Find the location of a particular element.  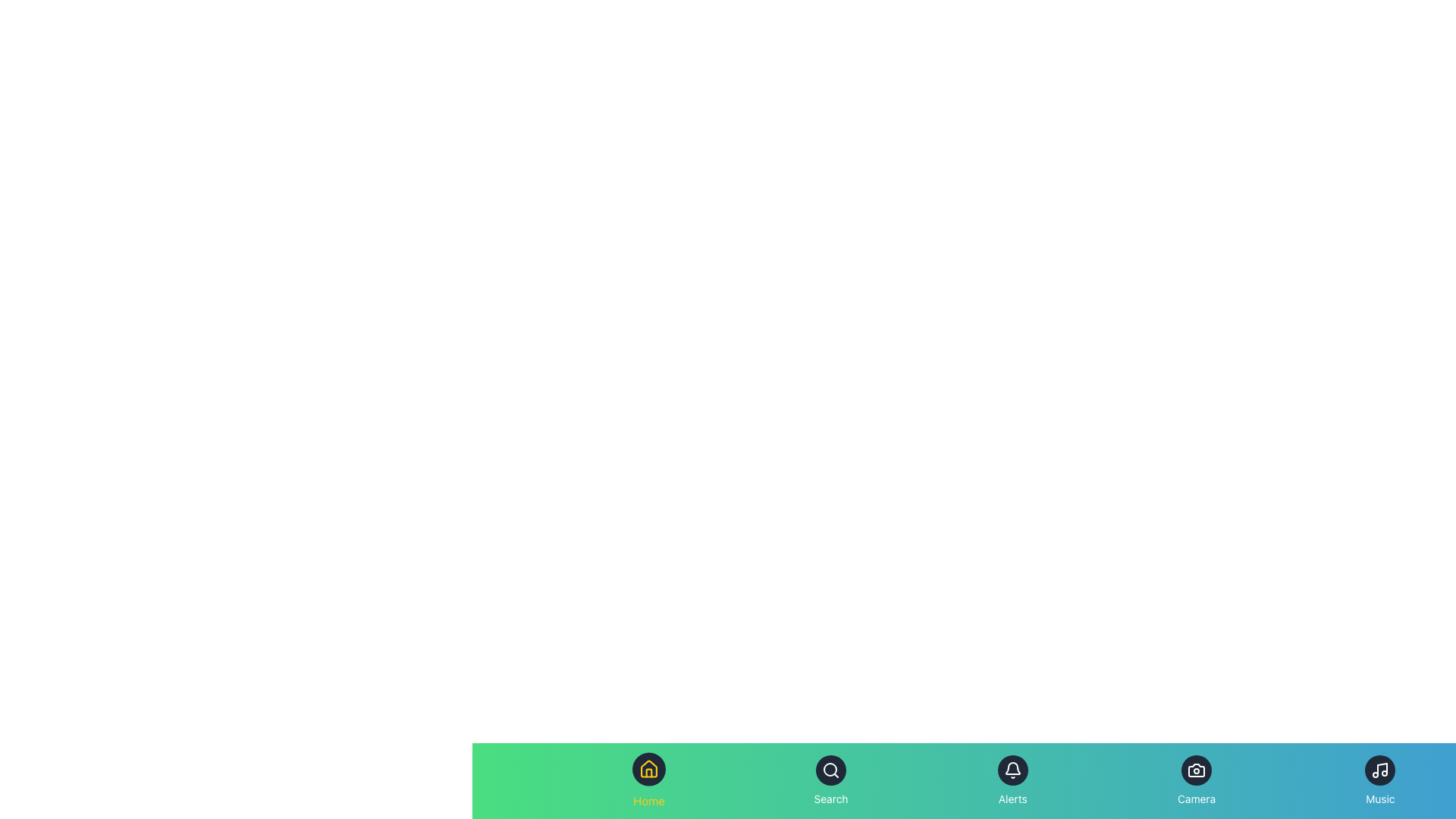

the 'Alerts' button, which features a bell icon on a dark blue circular background, located in the bottom navigation bar as the third item from the left is located at coordinates (1012, 780).